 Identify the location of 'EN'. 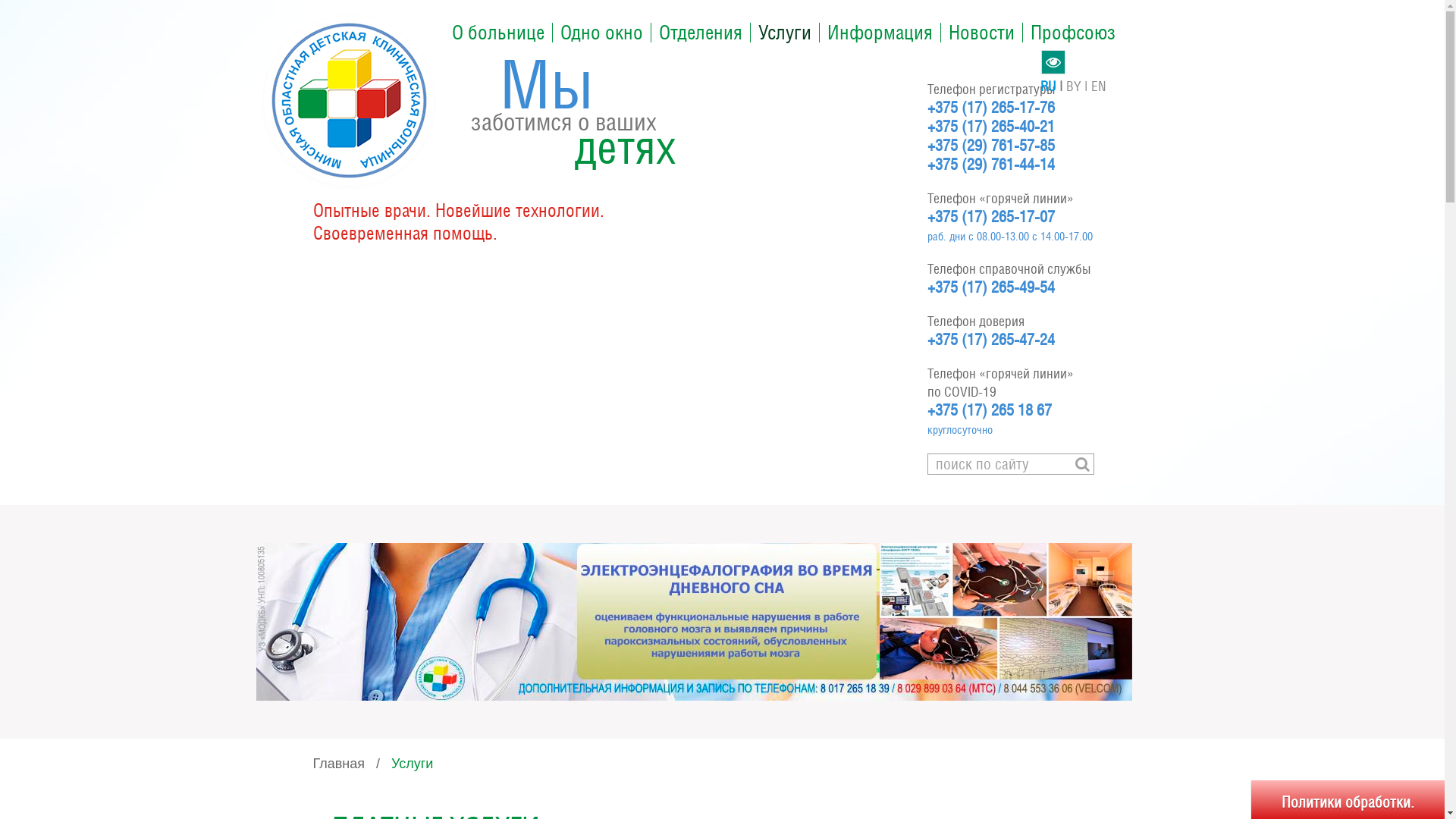
(1099, 86).